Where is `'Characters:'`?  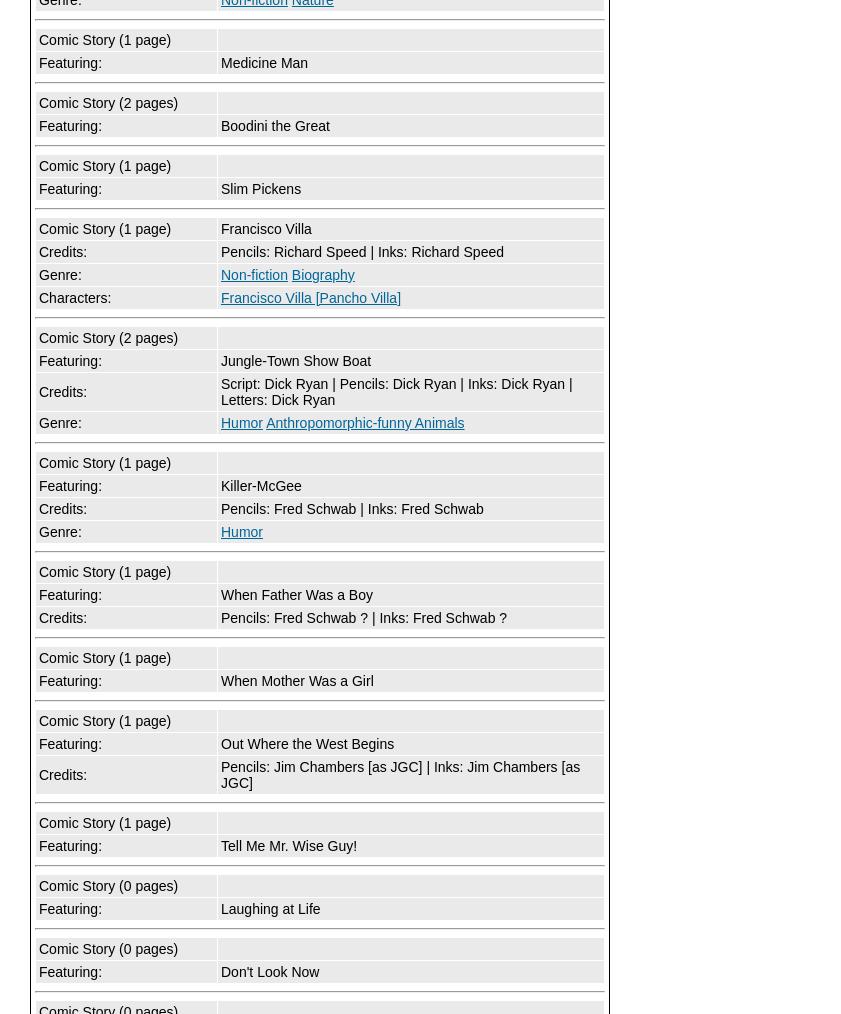
'Characters:' is located at coordinates (74, 298).